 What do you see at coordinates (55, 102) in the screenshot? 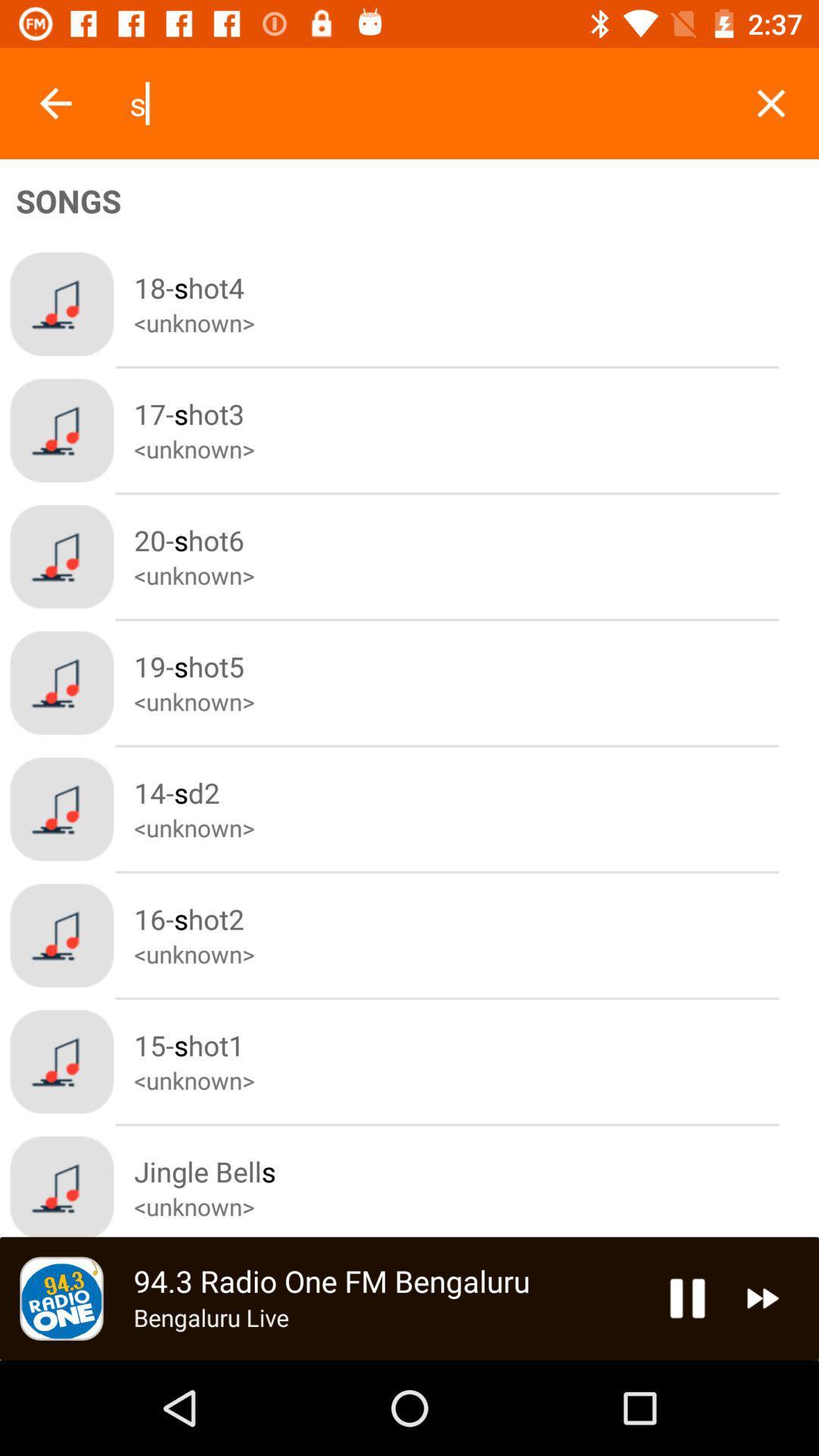
I see `the arrow_backward icon` at bounding box center [55, 102].